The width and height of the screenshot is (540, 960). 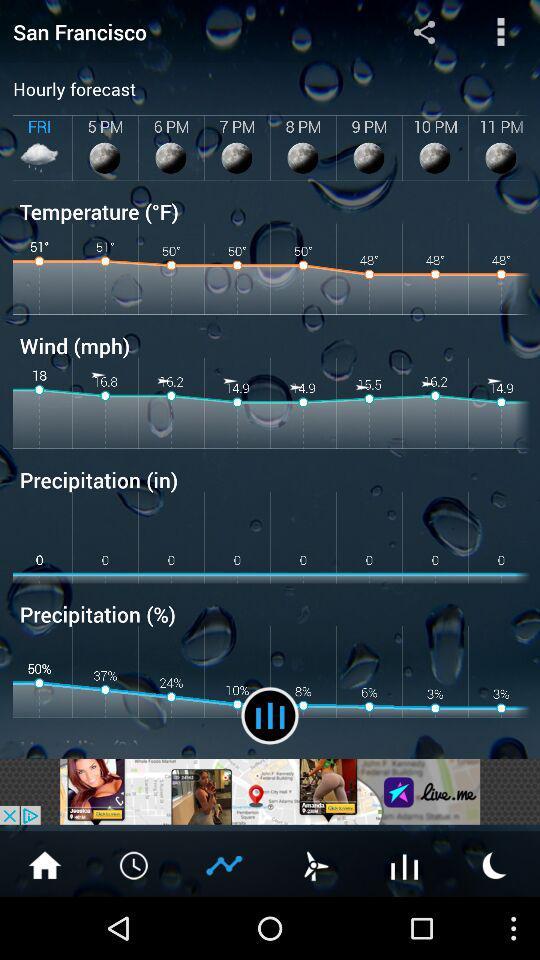 I want to click on the time icon, so click(x=135, y=925).